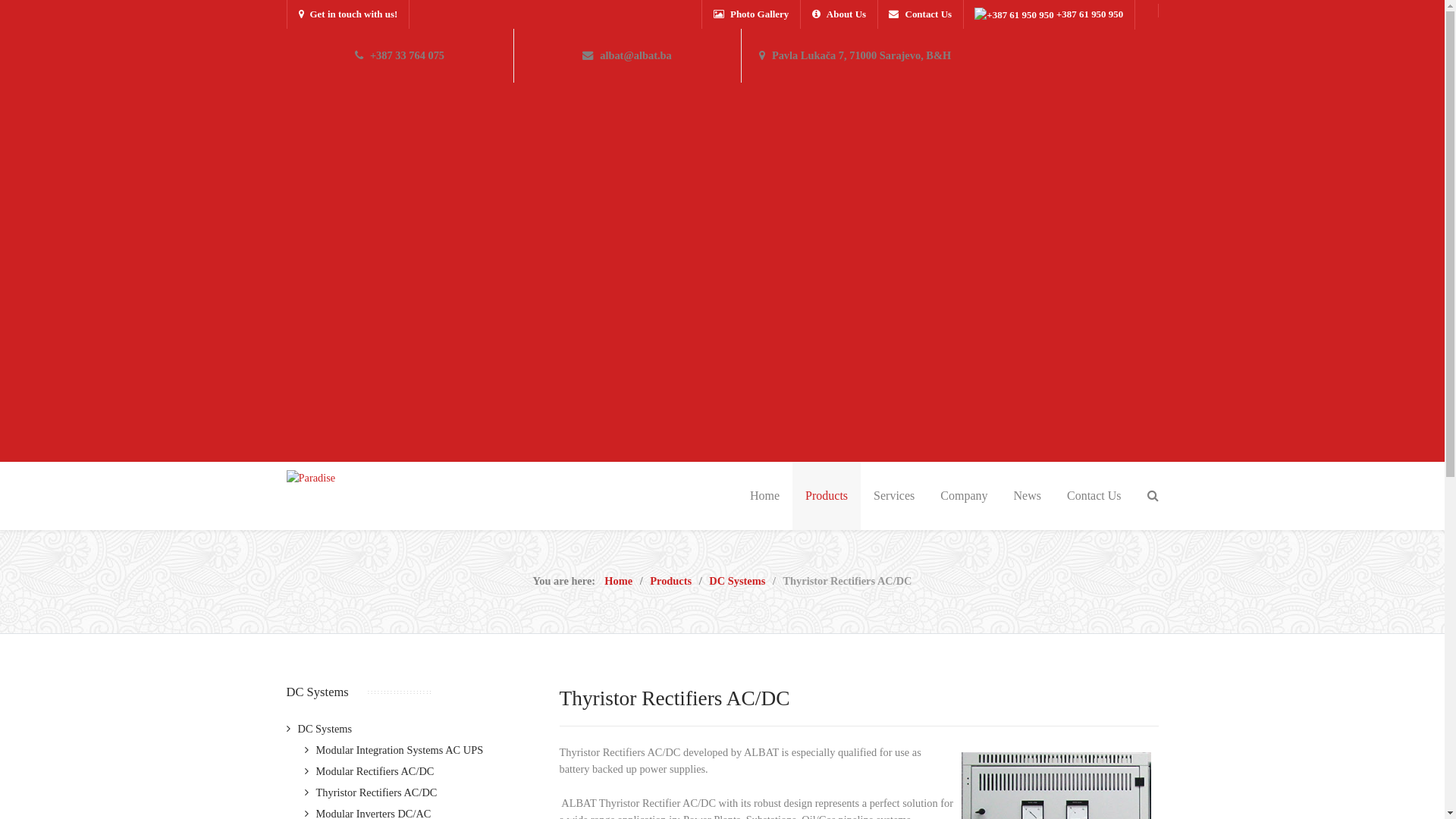 The width and height of the screenshot is (1456, 819). I want to click on 'Company Information', so click(795, 558).